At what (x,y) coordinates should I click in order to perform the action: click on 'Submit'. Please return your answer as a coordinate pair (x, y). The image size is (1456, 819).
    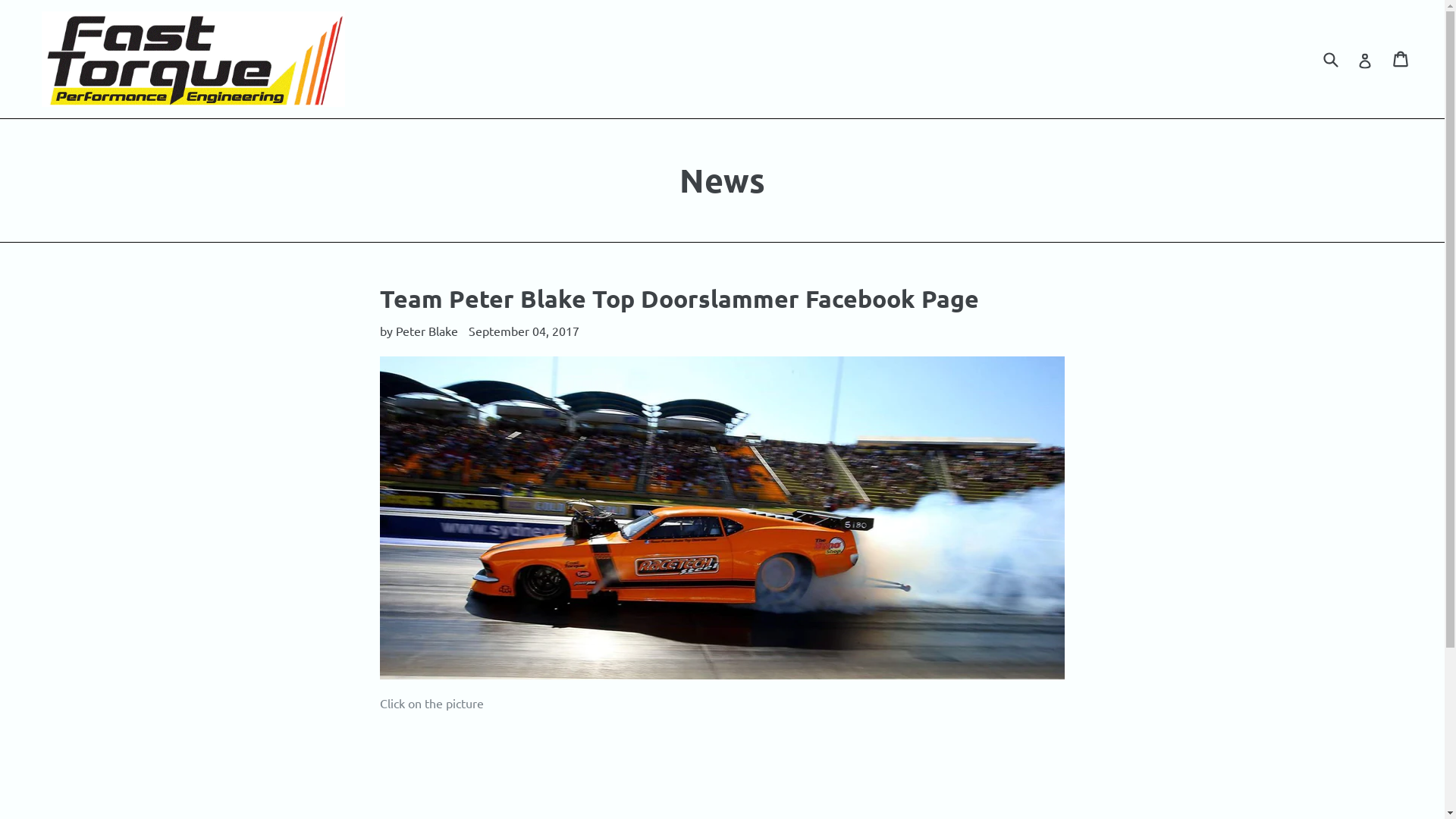
    Looking at the image, I should click on (1329, 58).